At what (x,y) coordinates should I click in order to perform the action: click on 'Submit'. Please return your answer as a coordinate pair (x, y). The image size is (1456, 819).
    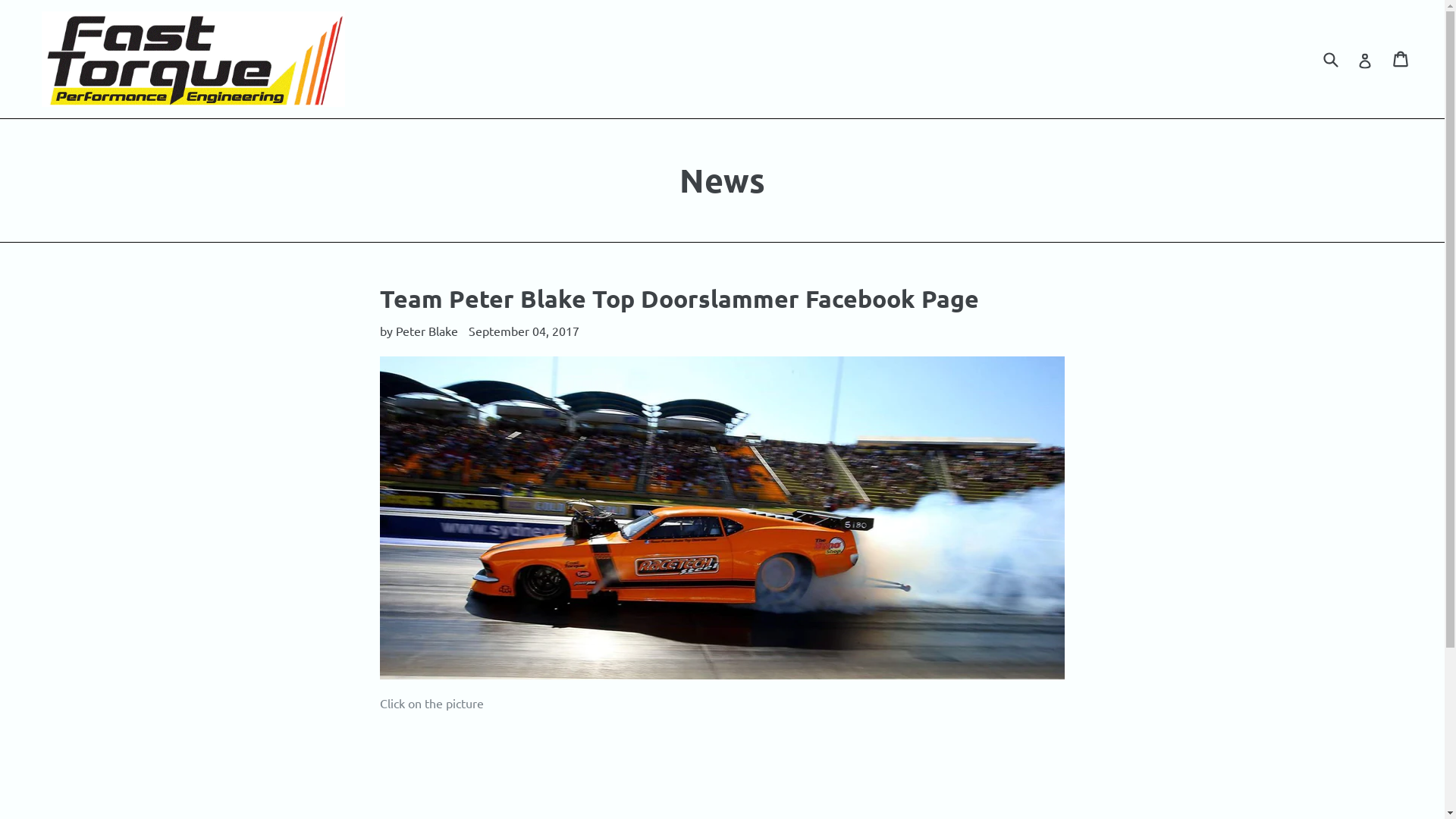
    Looking at the image, I should click on (1329, 58).